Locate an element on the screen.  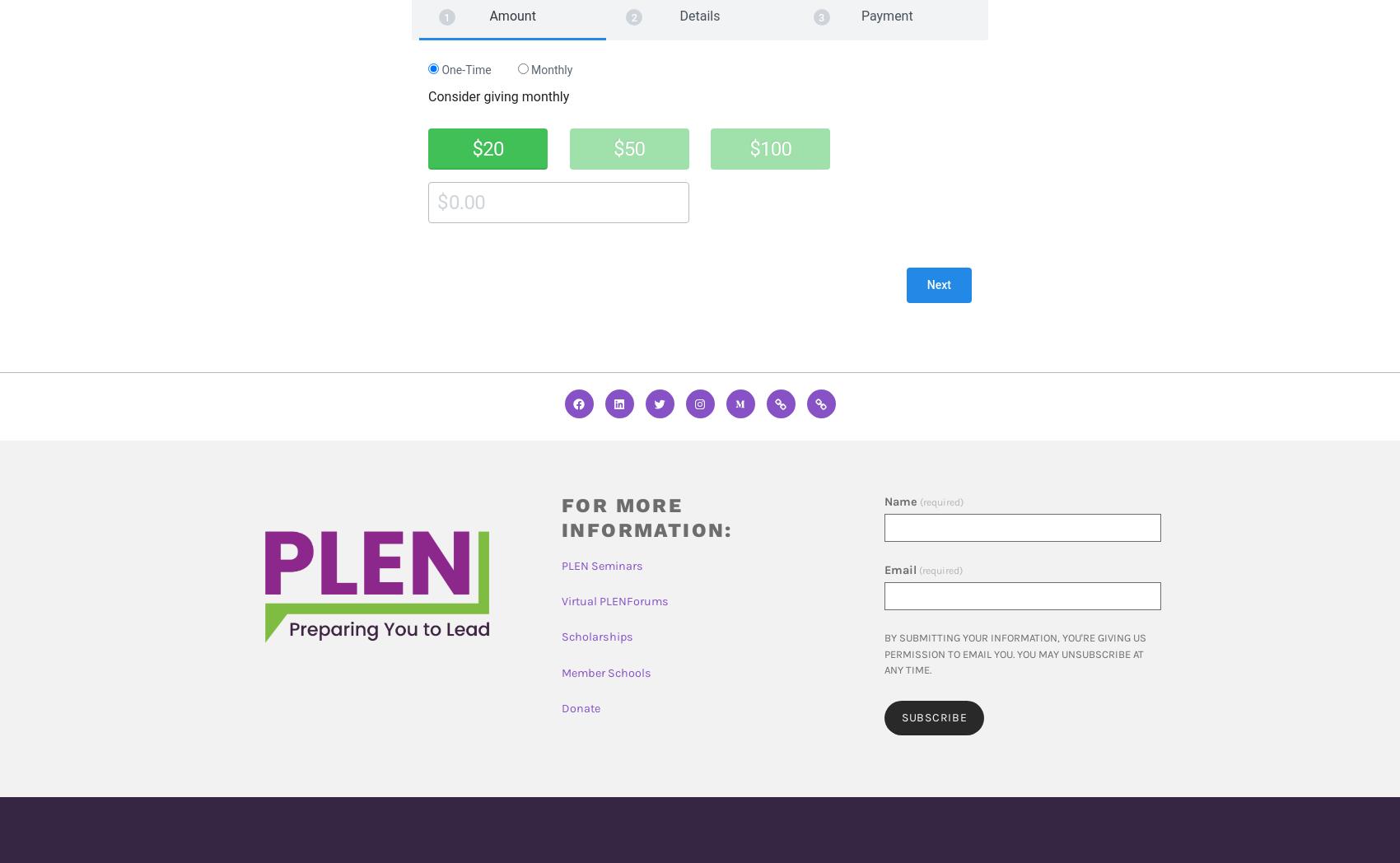
'Amount' is located at coordinates (511, 15).